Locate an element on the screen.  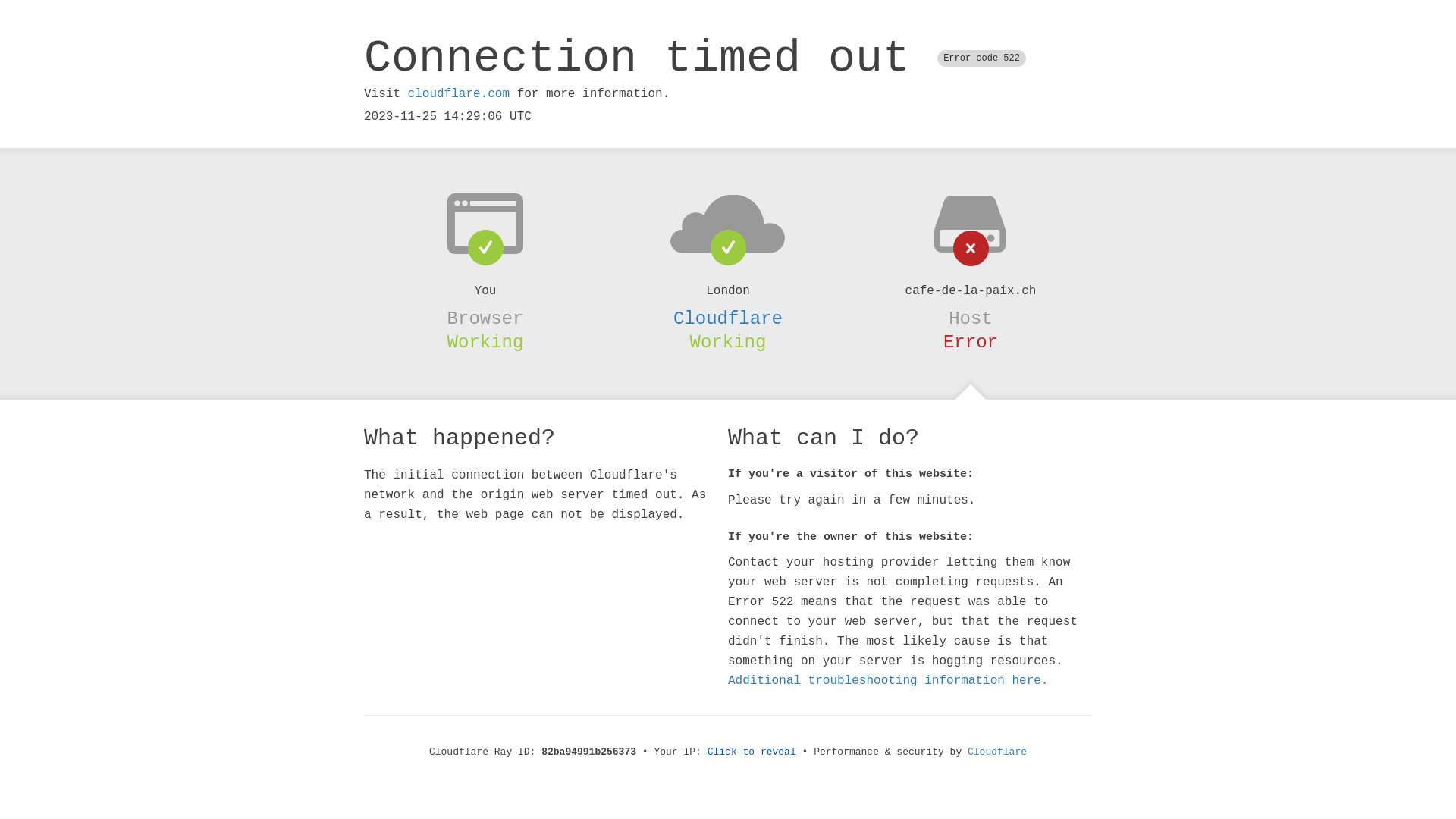
'Cloudflare' is located at coordinates (967, 752).